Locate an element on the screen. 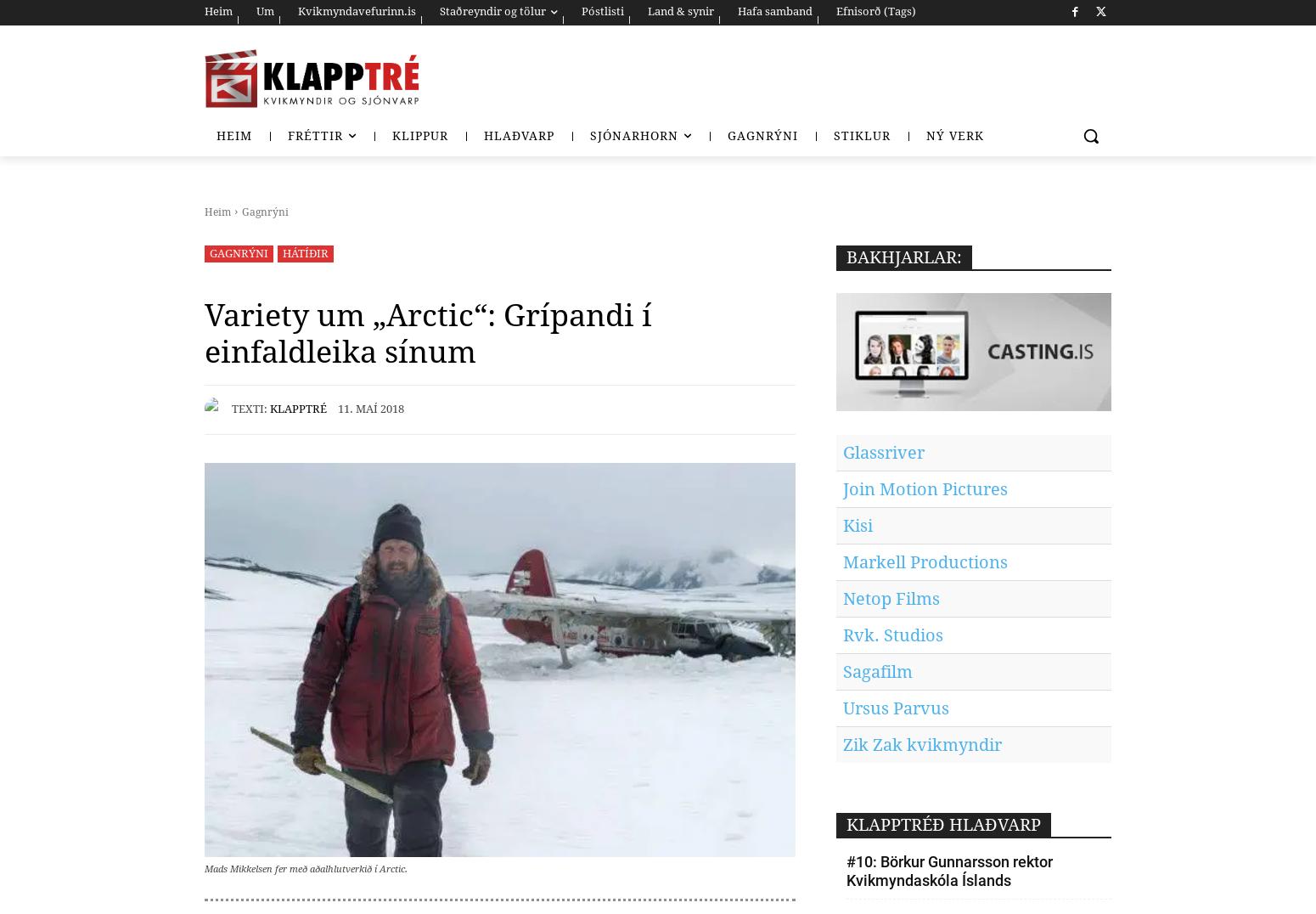 This screenshot has height=914, width=1316. '#10: Börkur Gunnarsson rektor Kvikmyndaskóla Íslands' is located at coordinates (948, 870).